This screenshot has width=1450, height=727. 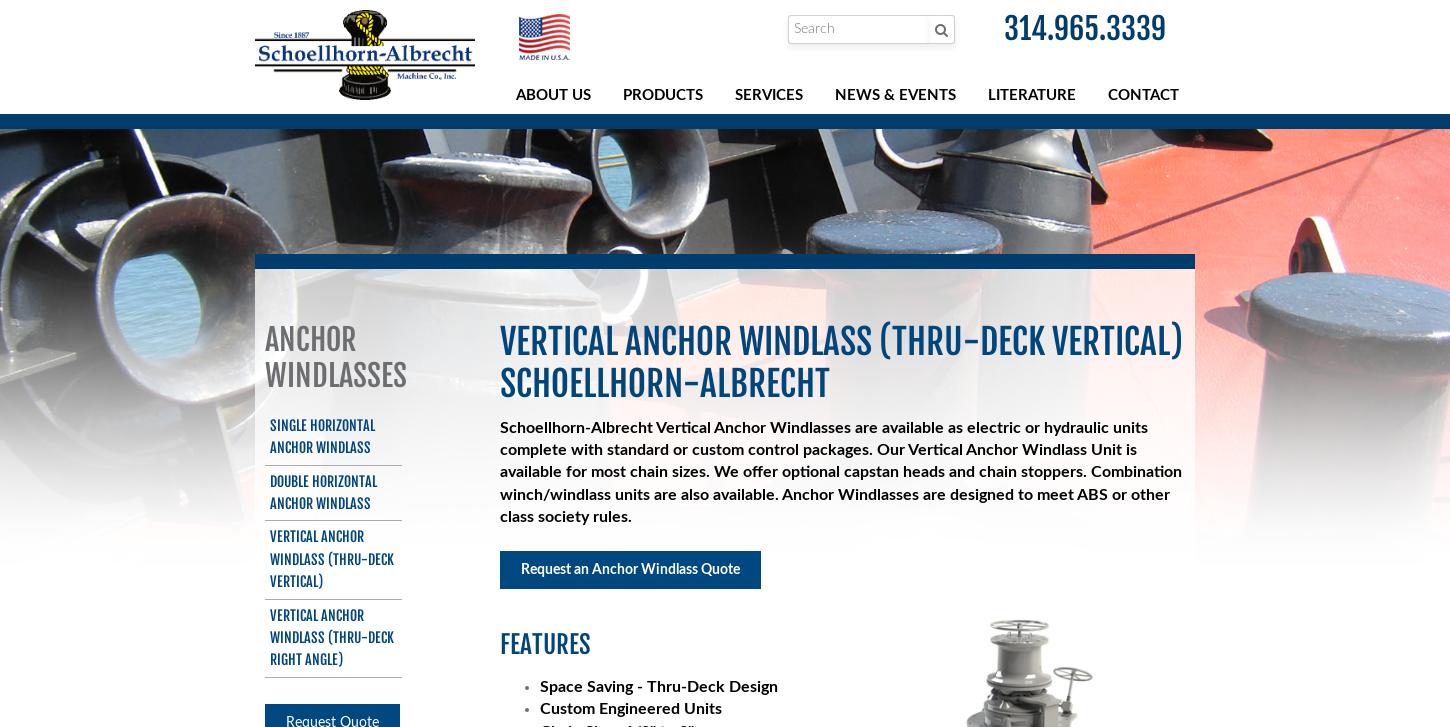 I want to click on 'Custom Engineered Units', so click(x=629, y=707).